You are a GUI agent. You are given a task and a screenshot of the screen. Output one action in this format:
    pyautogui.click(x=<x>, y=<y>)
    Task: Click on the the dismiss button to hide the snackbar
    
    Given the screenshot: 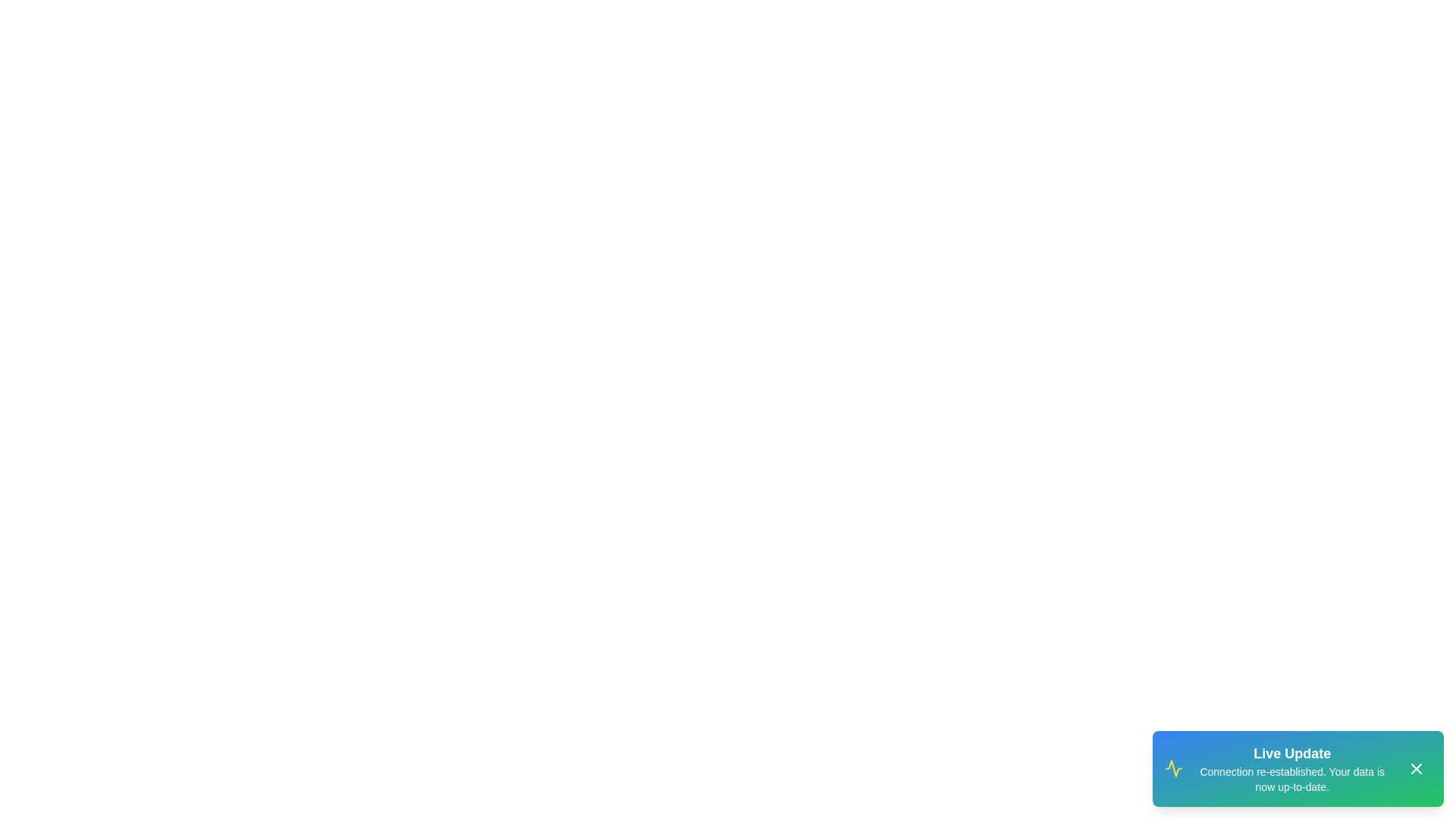 What is the action you would take?
    pyautogui.click(x=1415, y=769)
    